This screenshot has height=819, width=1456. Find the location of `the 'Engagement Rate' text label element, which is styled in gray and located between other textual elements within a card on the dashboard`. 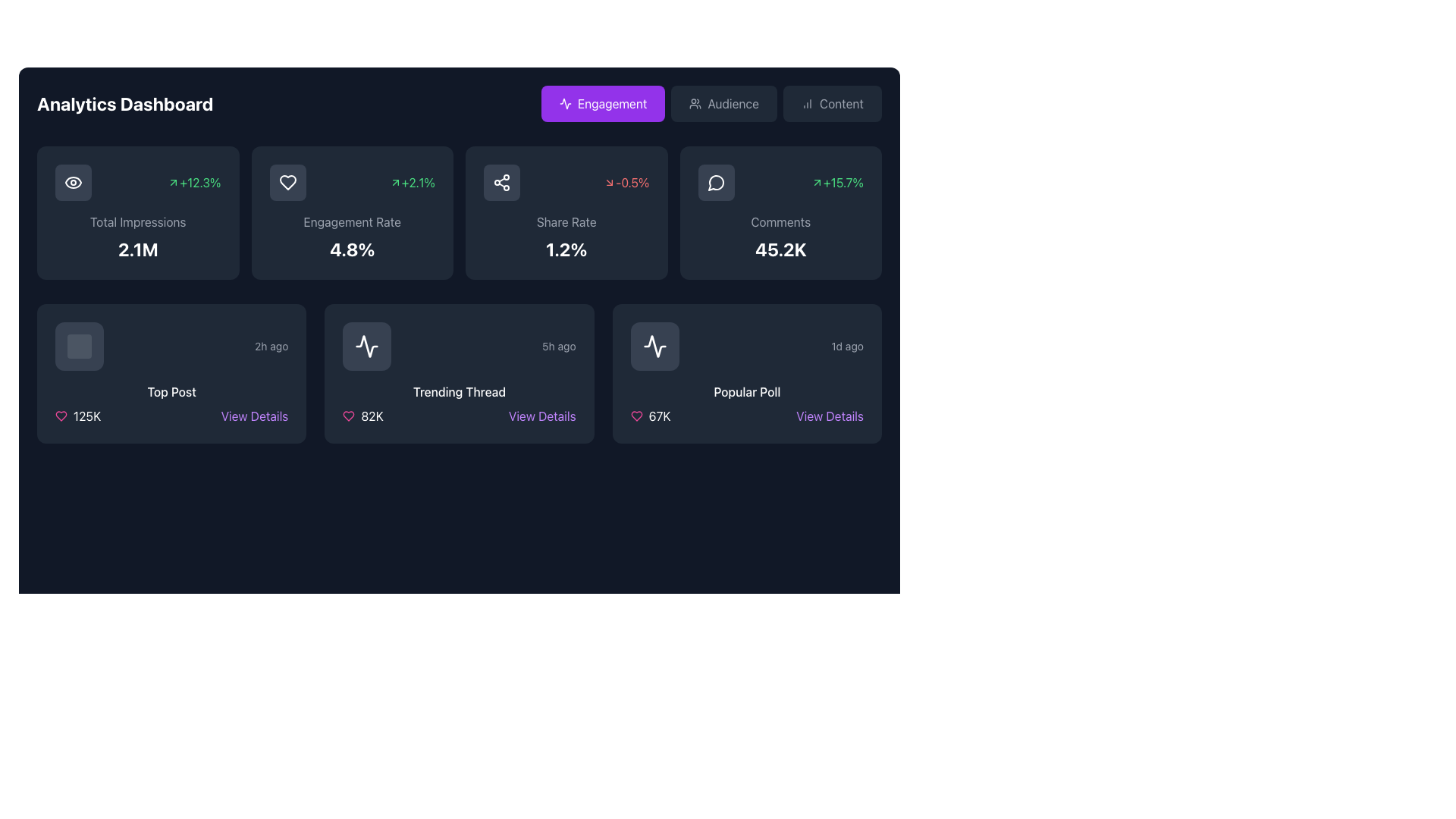

the 'Engagement Rate' text label element, which is styled in gray and located between other textual elements within a card on the dashboard is located at coordinates (351, 222).